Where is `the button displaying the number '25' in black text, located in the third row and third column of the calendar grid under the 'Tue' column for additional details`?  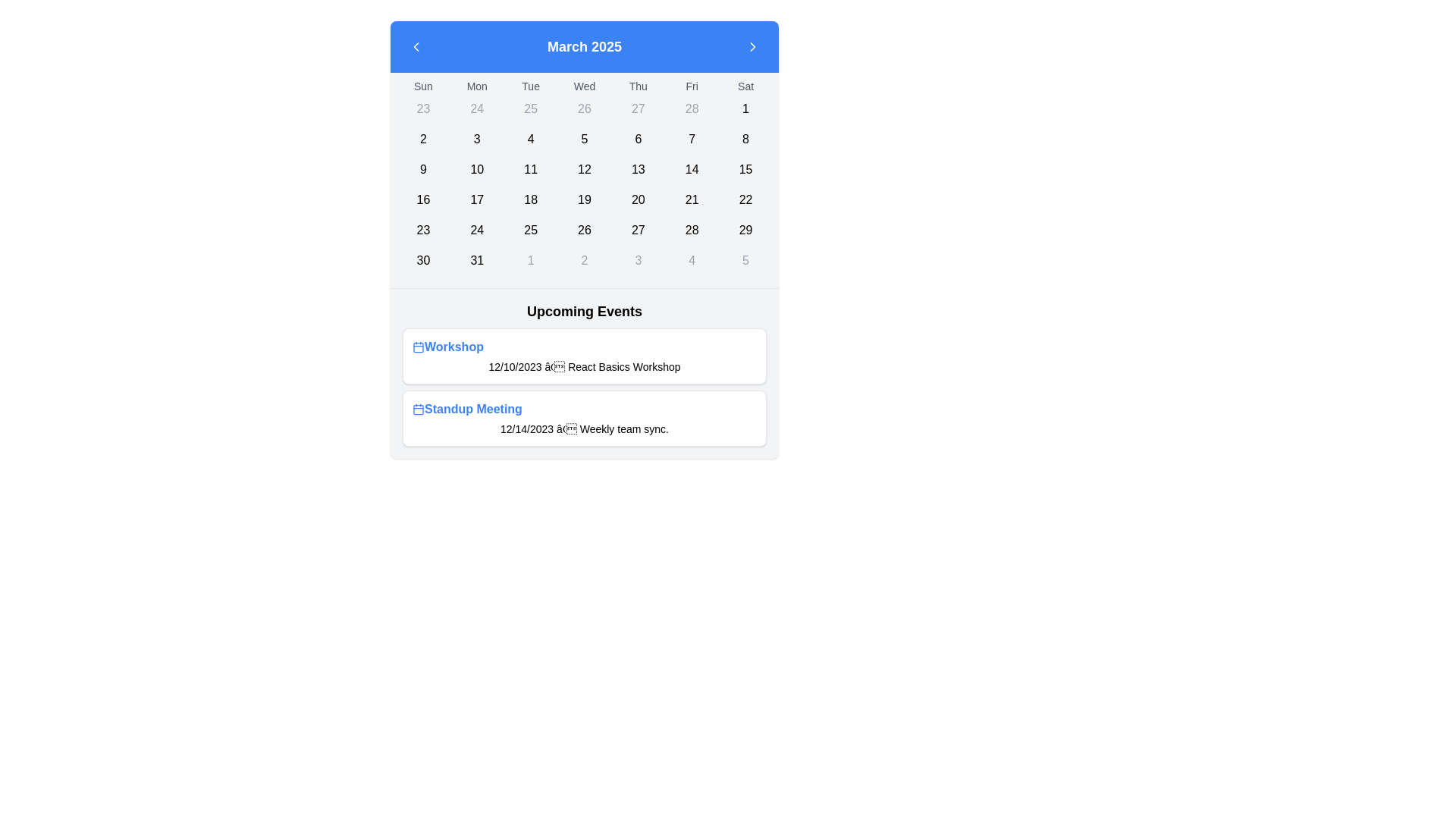
the button displaying the number '25' in black text, located in the third row and third column of the calendar grid under the 'Tue' column for additional details is located at coordinates (531, 231).